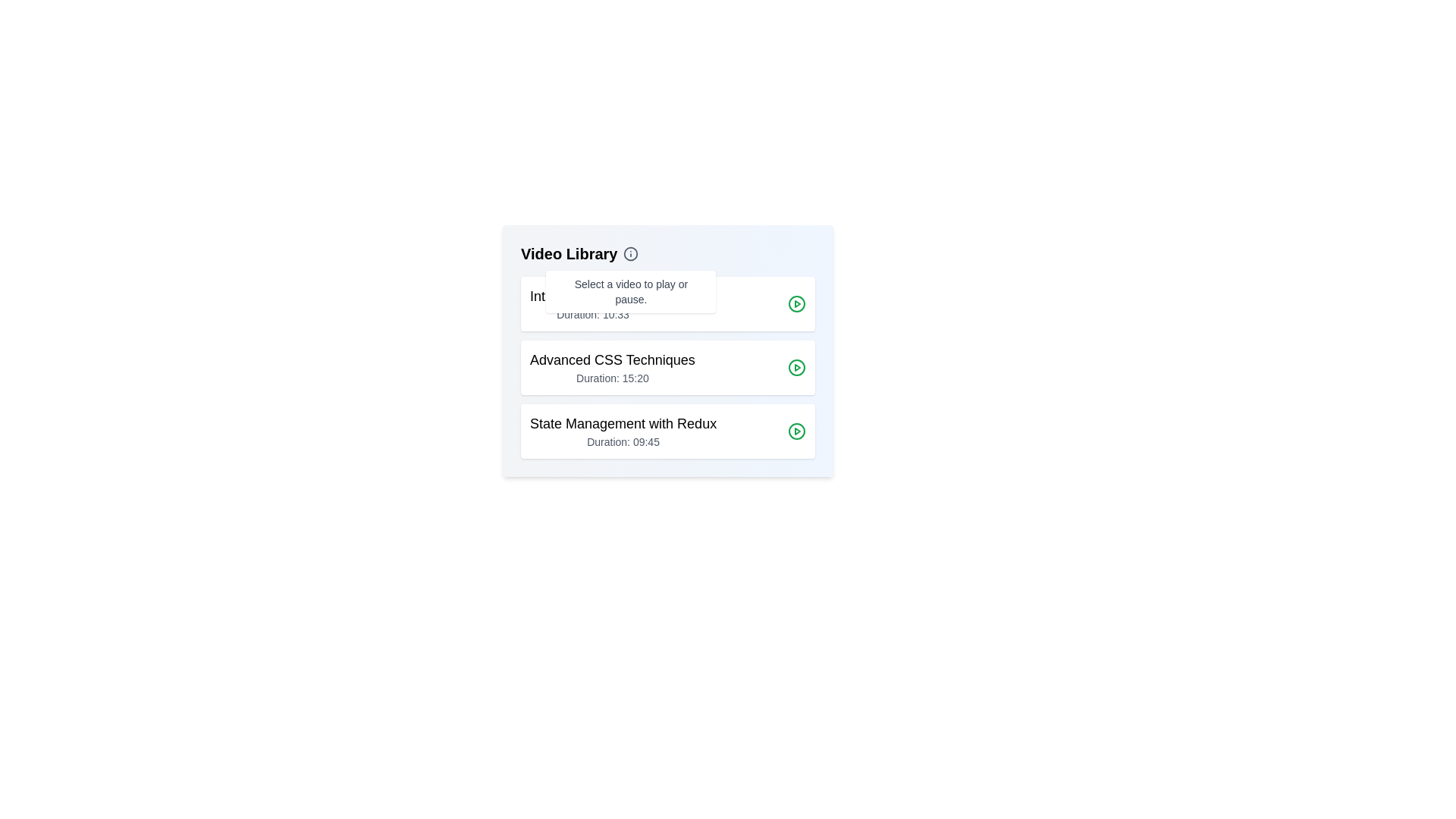 The height and width of the screenshot is (819, 1456). I want to click on the list item labeled 'State Management with Redux' from the Video Library section, so click(623, 431).